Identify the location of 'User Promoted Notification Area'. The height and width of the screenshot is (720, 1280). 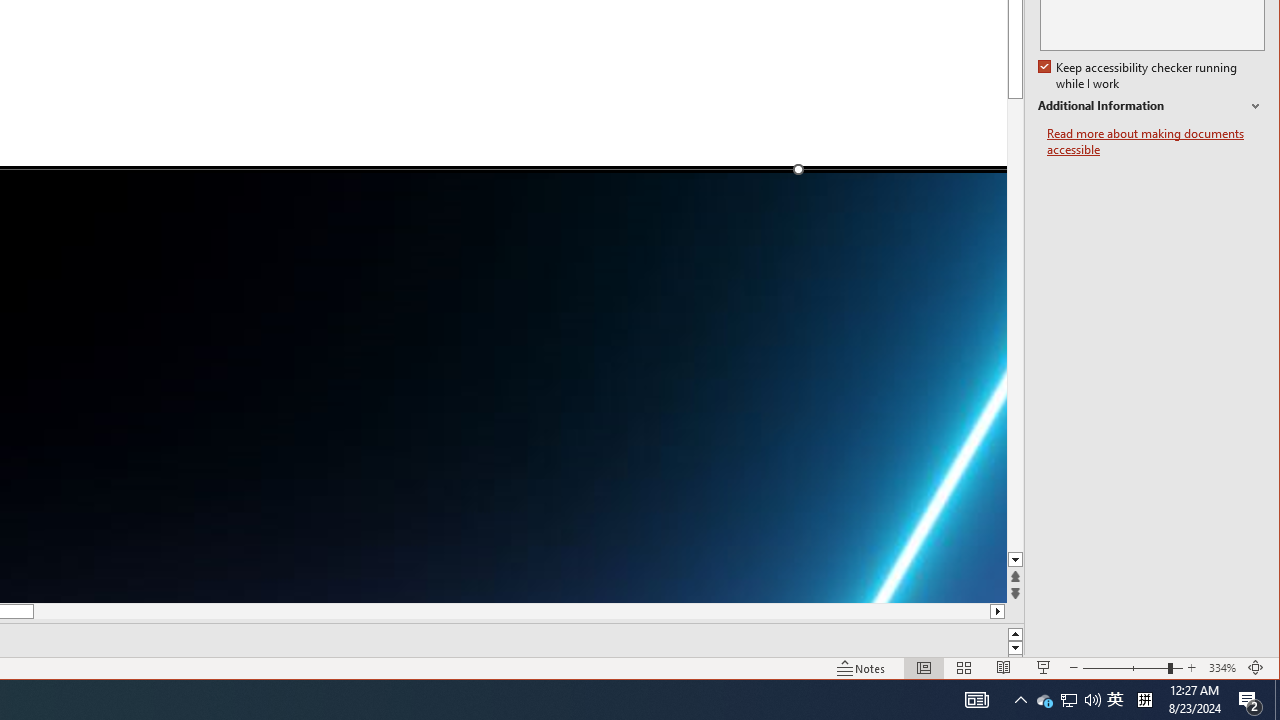
(1114, 698).